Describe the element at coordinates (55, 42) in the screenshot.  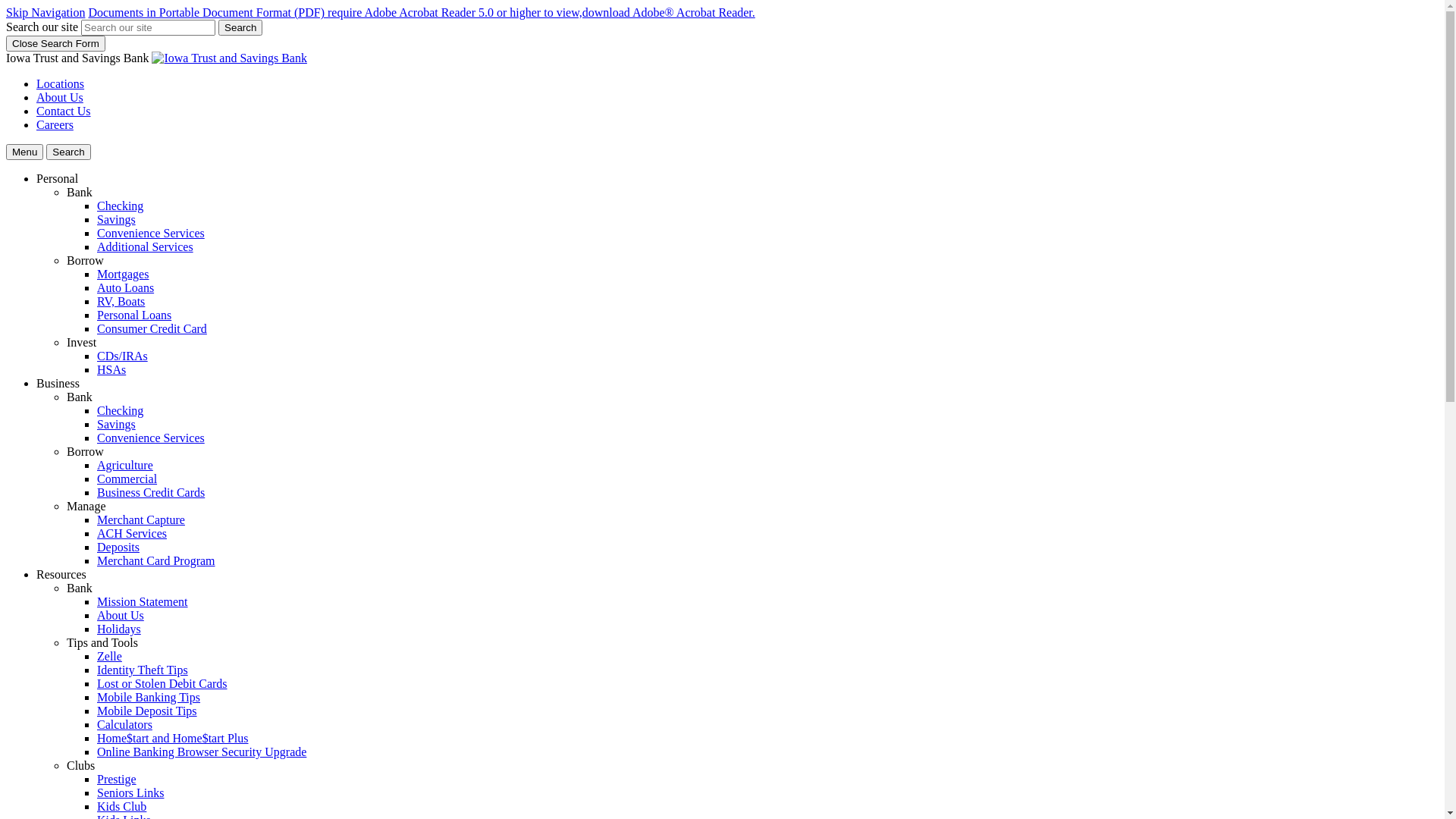
I see `'Close Search Form'` at that location.